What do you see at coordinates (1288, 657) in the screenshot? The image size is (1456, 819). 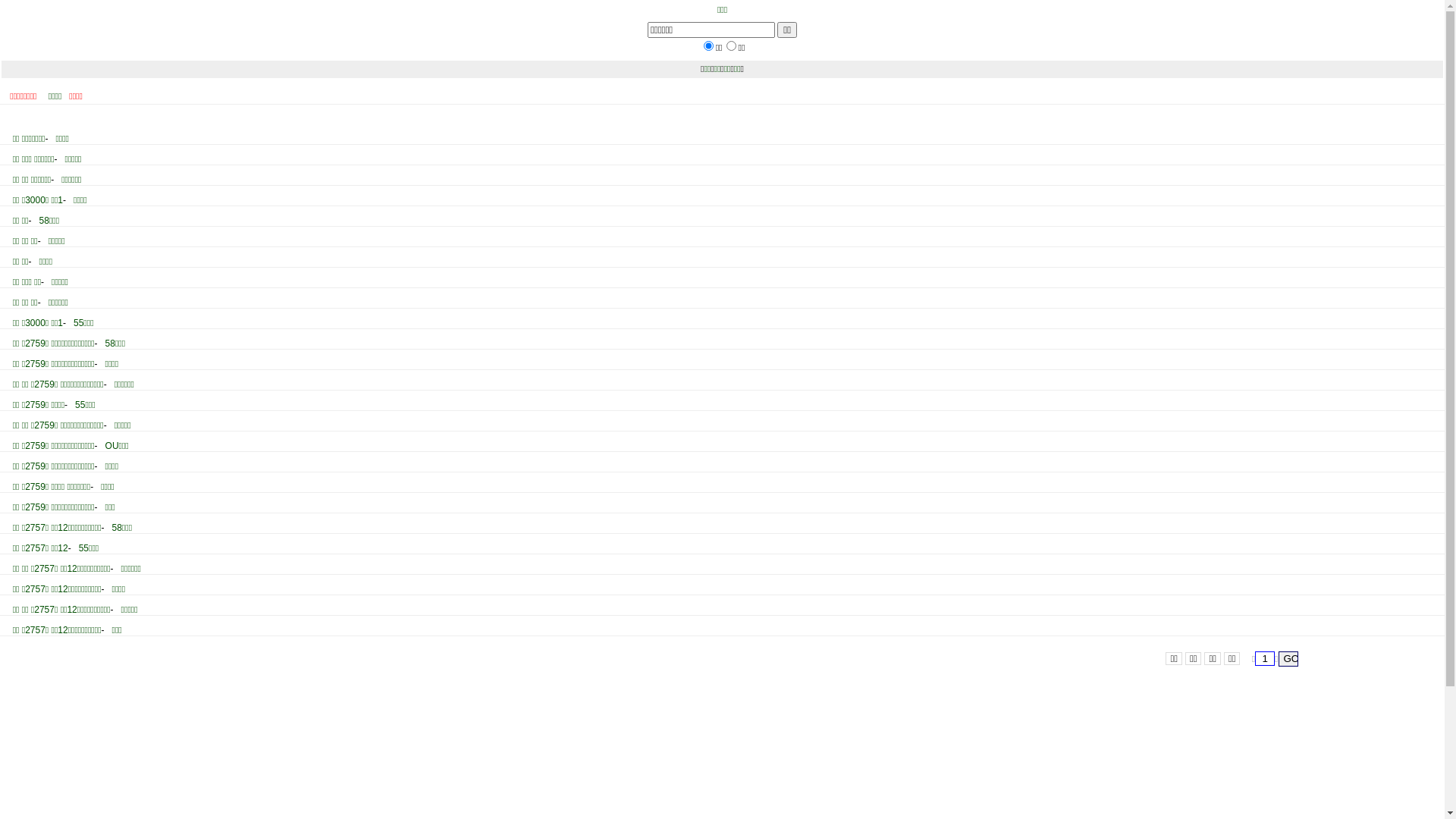 I see `'GO'` at bounding box center [1288, 657].